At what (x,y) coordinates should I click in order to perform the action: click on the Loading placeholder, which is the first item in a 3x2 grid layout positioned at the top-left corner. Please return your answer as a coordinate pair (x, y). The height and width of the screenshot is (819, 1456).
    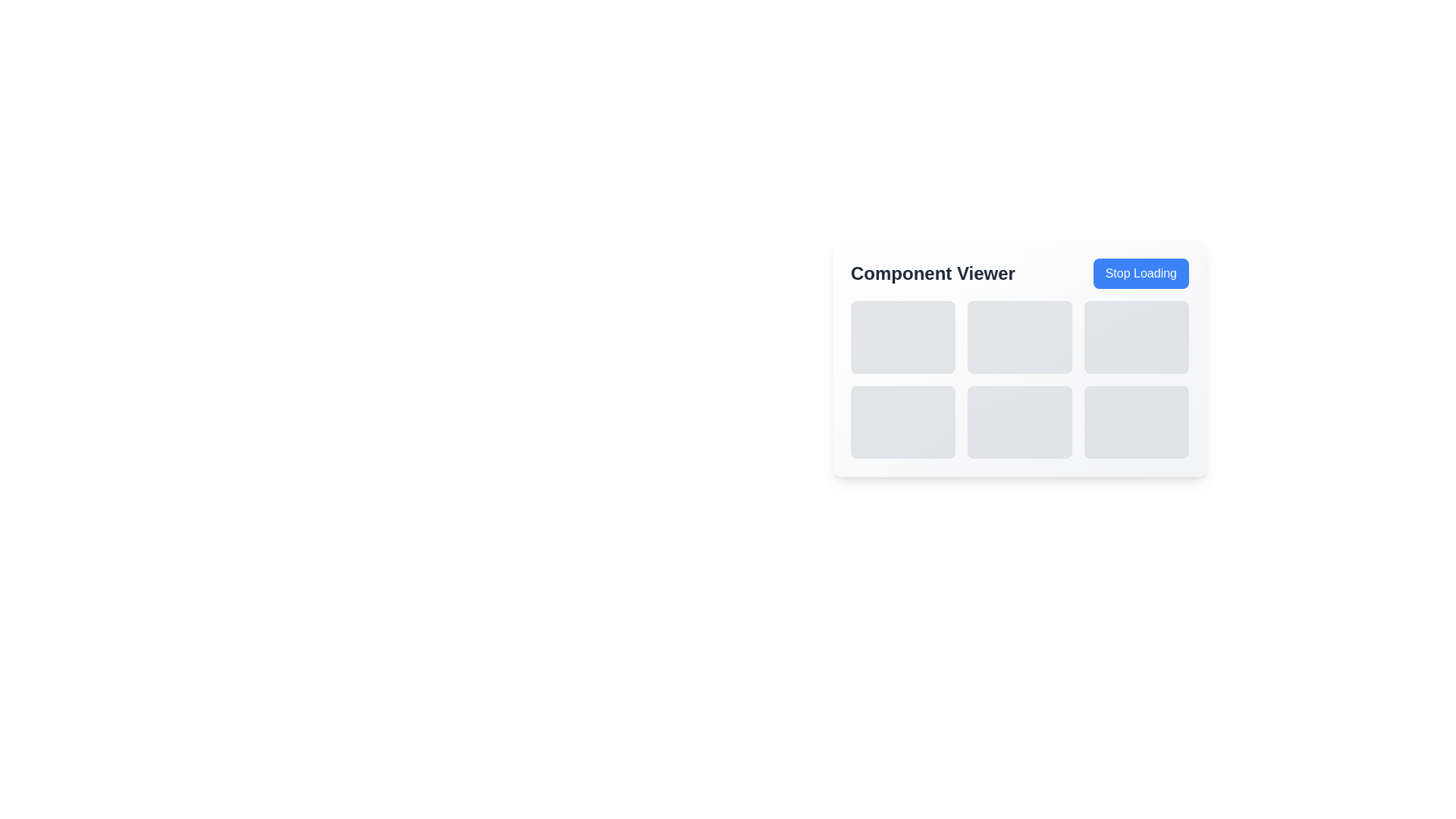
    Looking at the image, I should click on (902, 336).